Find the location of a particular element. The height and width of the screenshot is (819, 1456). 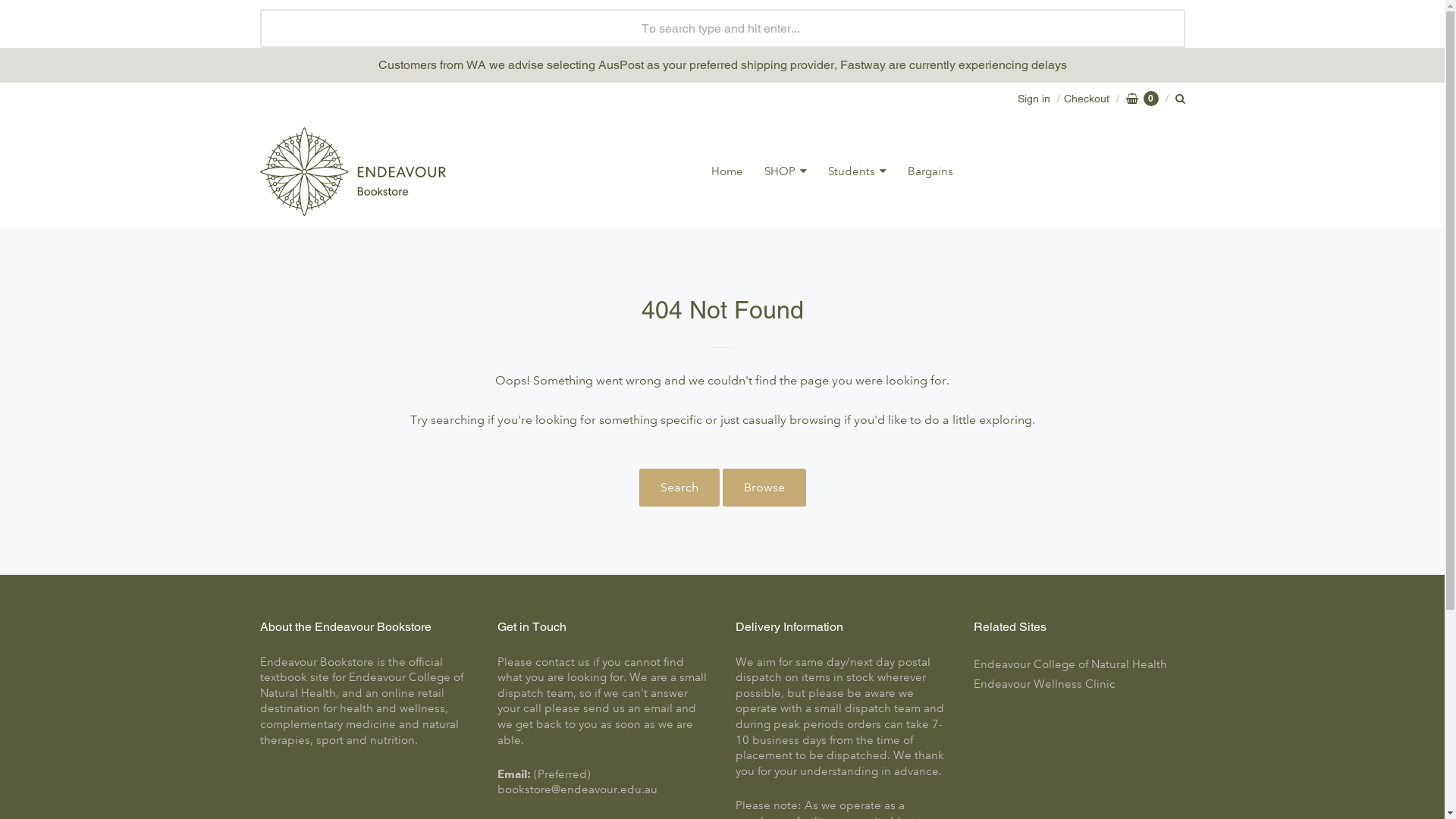

'Endeavour Wellness Clinic' is located at coordinates (1078, 684).